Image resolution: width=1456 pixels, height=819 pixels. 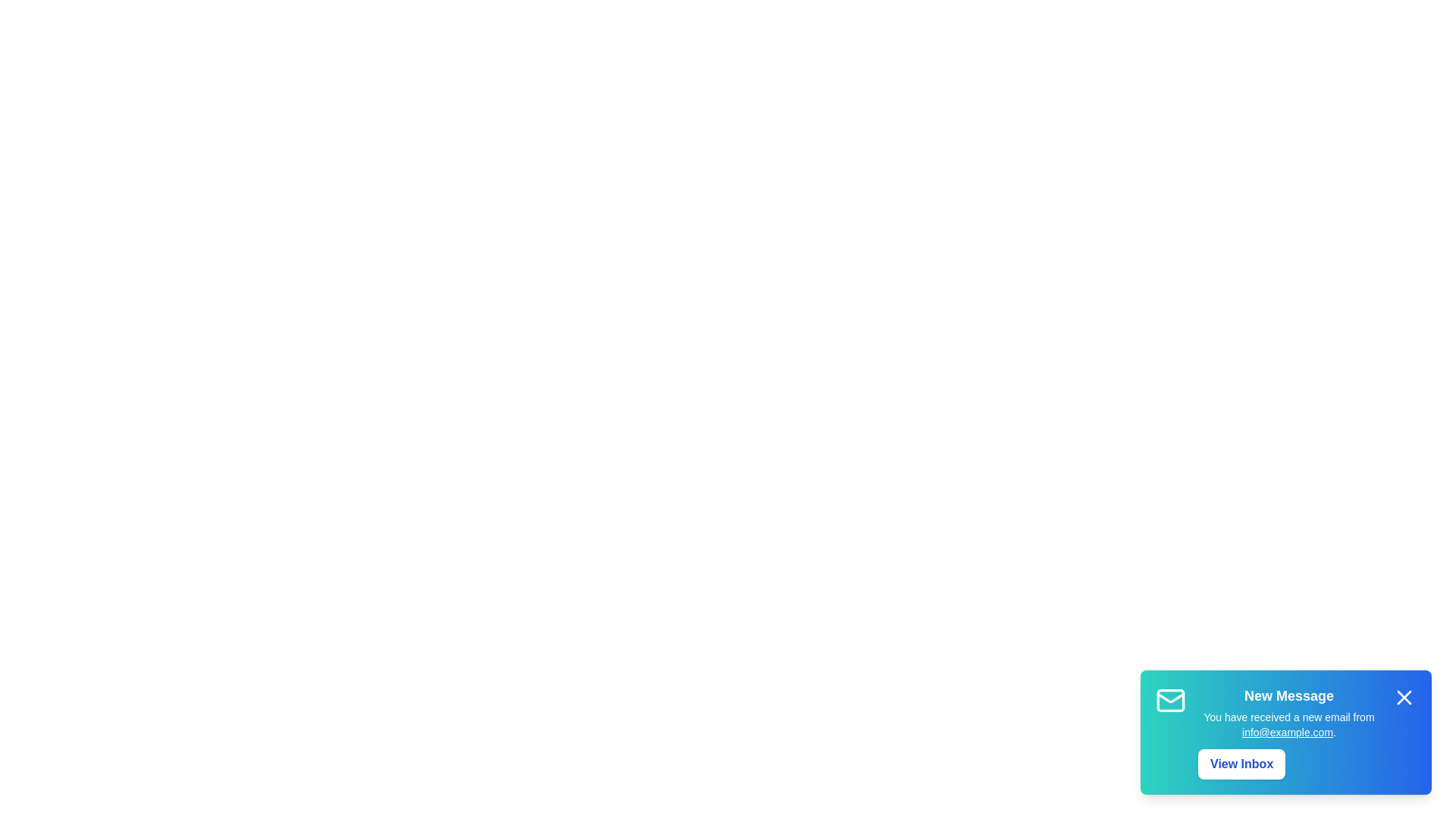 What do you see at coordinates (1404, 698) in the screenshot?
I see `the close button to dismiss the notification` at bounding box center [1404, 698].